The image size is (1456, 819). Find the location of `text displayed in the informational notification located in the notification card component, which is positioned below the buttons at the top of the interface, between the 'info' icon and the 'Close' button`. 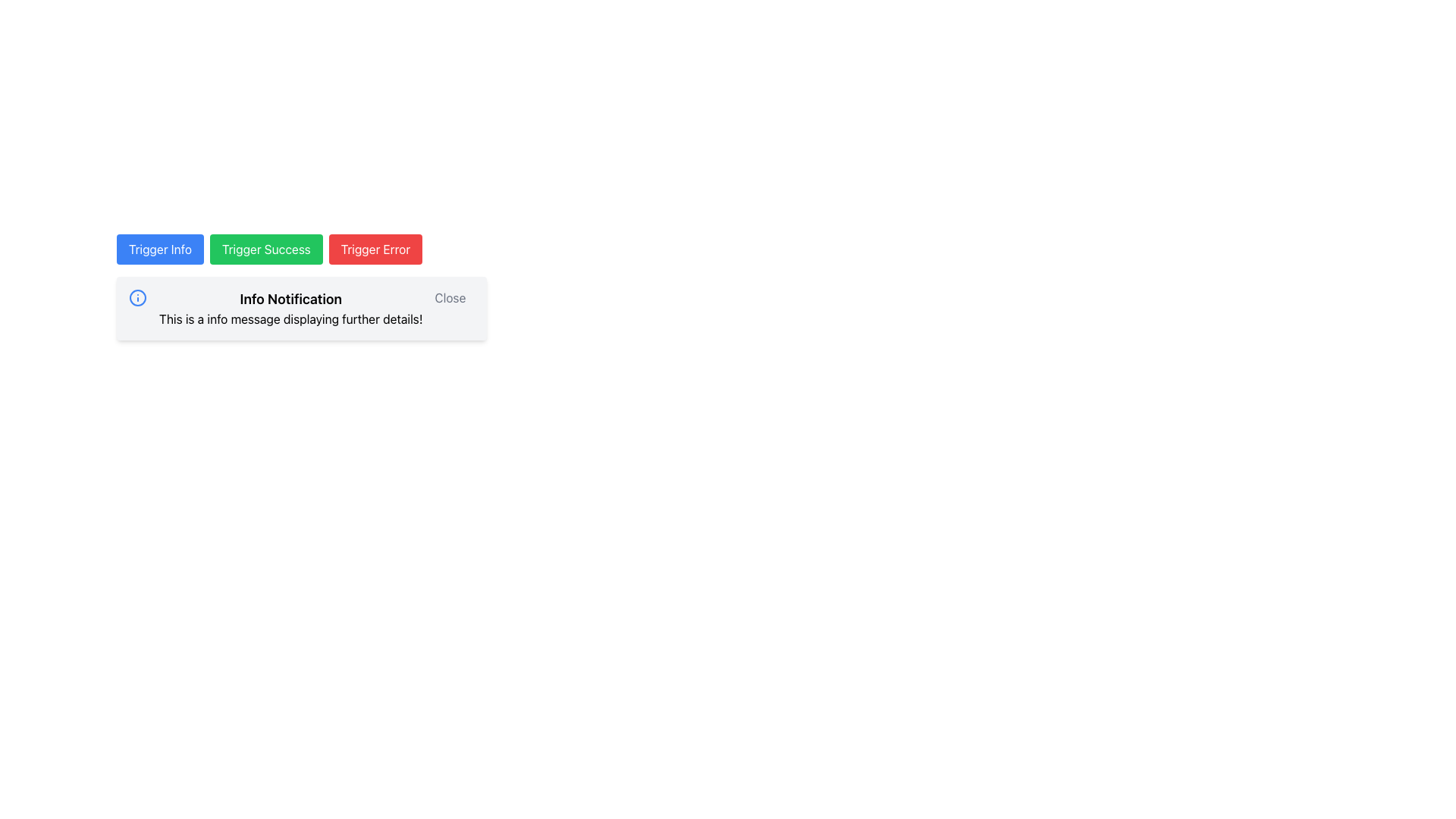

text displayed in the informational notification located in the notification card component, which is positioned below the buttons at the top of the interface, between the 'info' icon and the 'Close' button is located at coordinates (290, 308).